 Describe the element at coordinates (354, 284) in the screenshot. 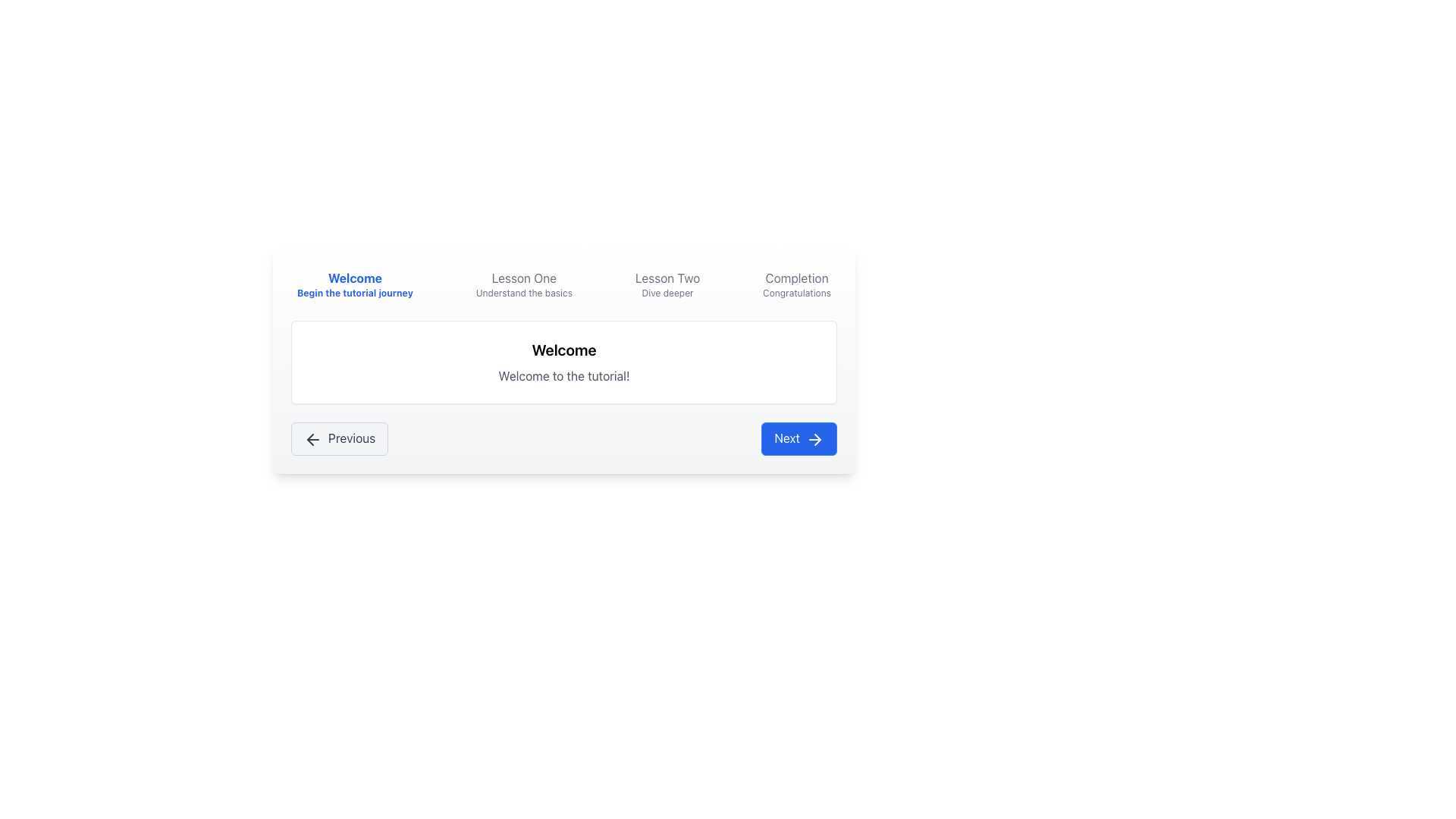

I see `the text label that displays 'Welcome' in bold blue styling and the smaller text 'Begin the tutorial journey', located on the far-left side of the navigation layout` at that location.